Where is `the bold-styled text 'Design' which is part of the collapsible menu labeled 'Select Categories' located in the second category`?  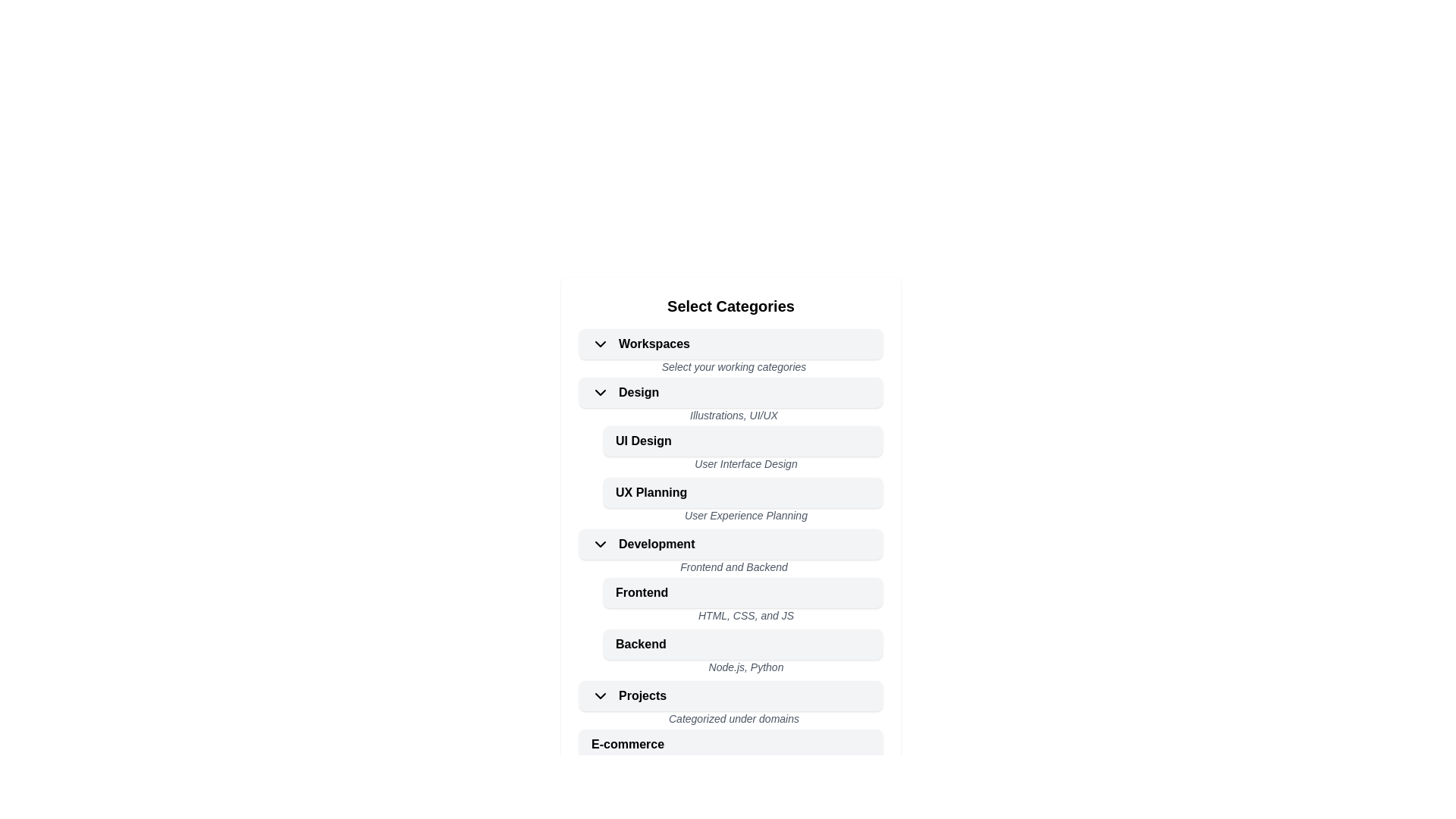 the bold-styled text 'Design' which is part of the collapsible menu labeled 'Select Categories' located in the second category is located at coordinates (639, 391).